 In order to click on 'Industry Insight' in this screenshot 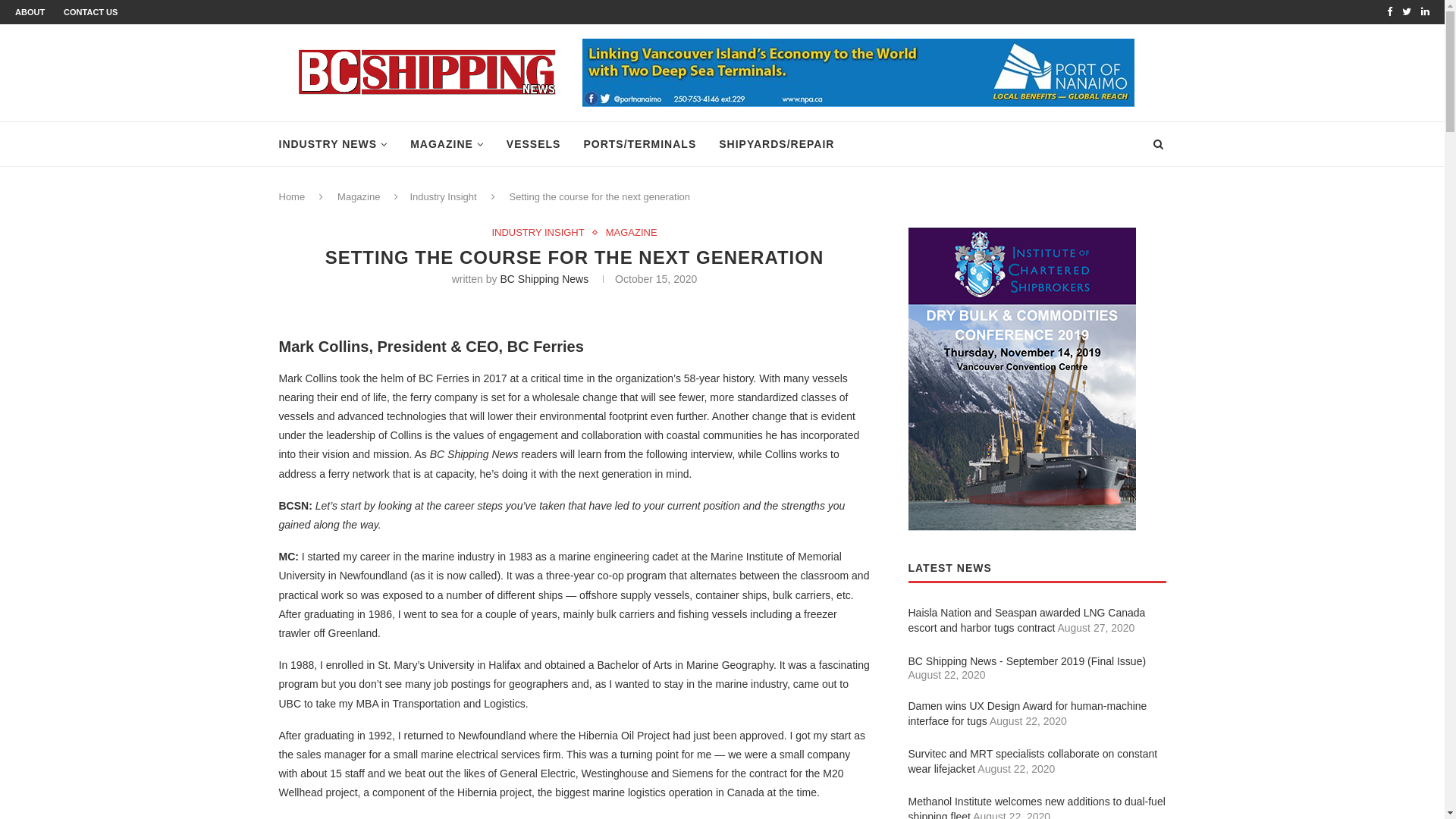, I will do `click(442, 196)`.